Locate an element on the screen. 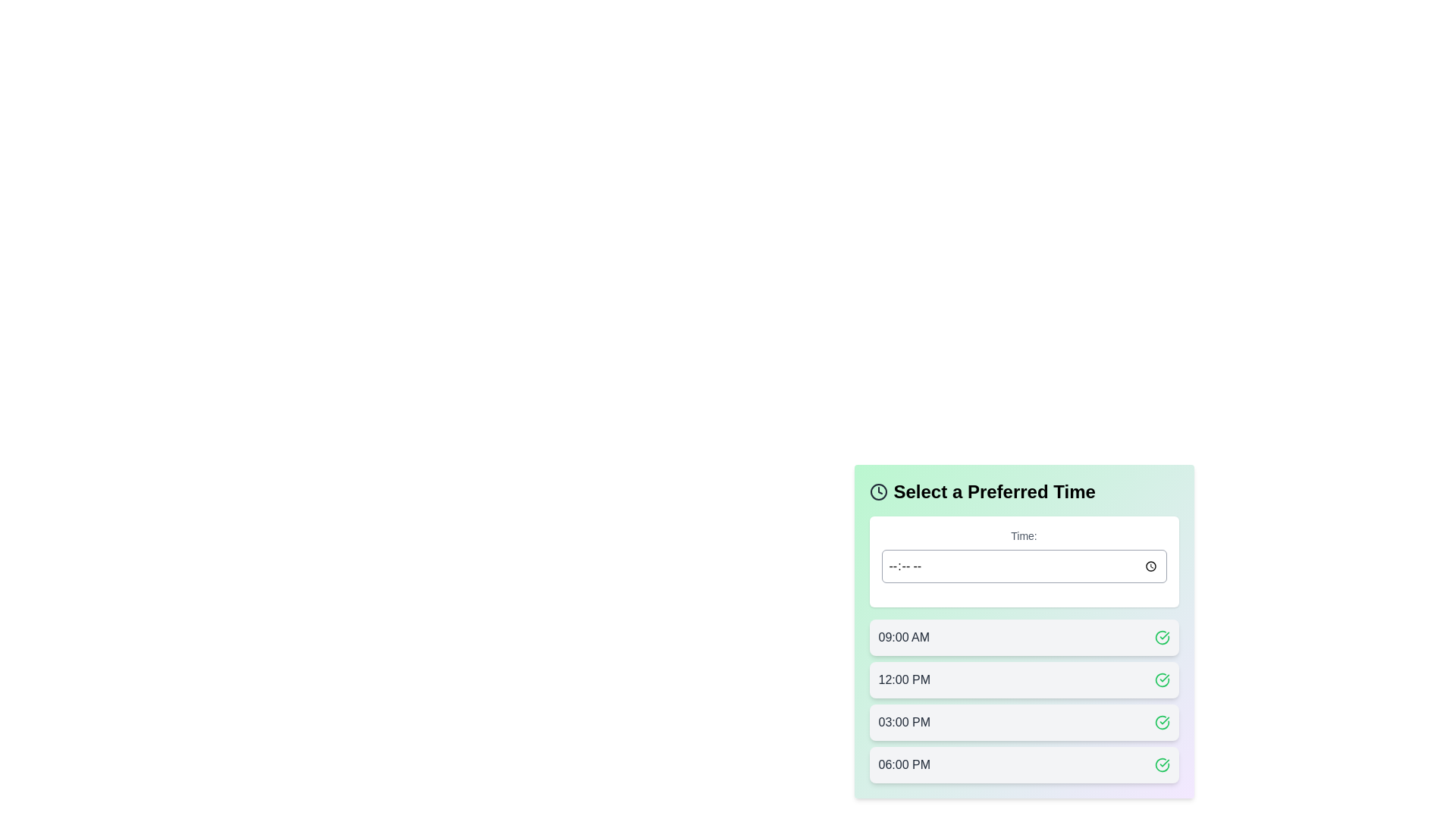 The image size is (1456, 819). the status represented by the confirmation icon located at the far right of the row displaying '06:00 PM' is located at coordinates (1161, 765).